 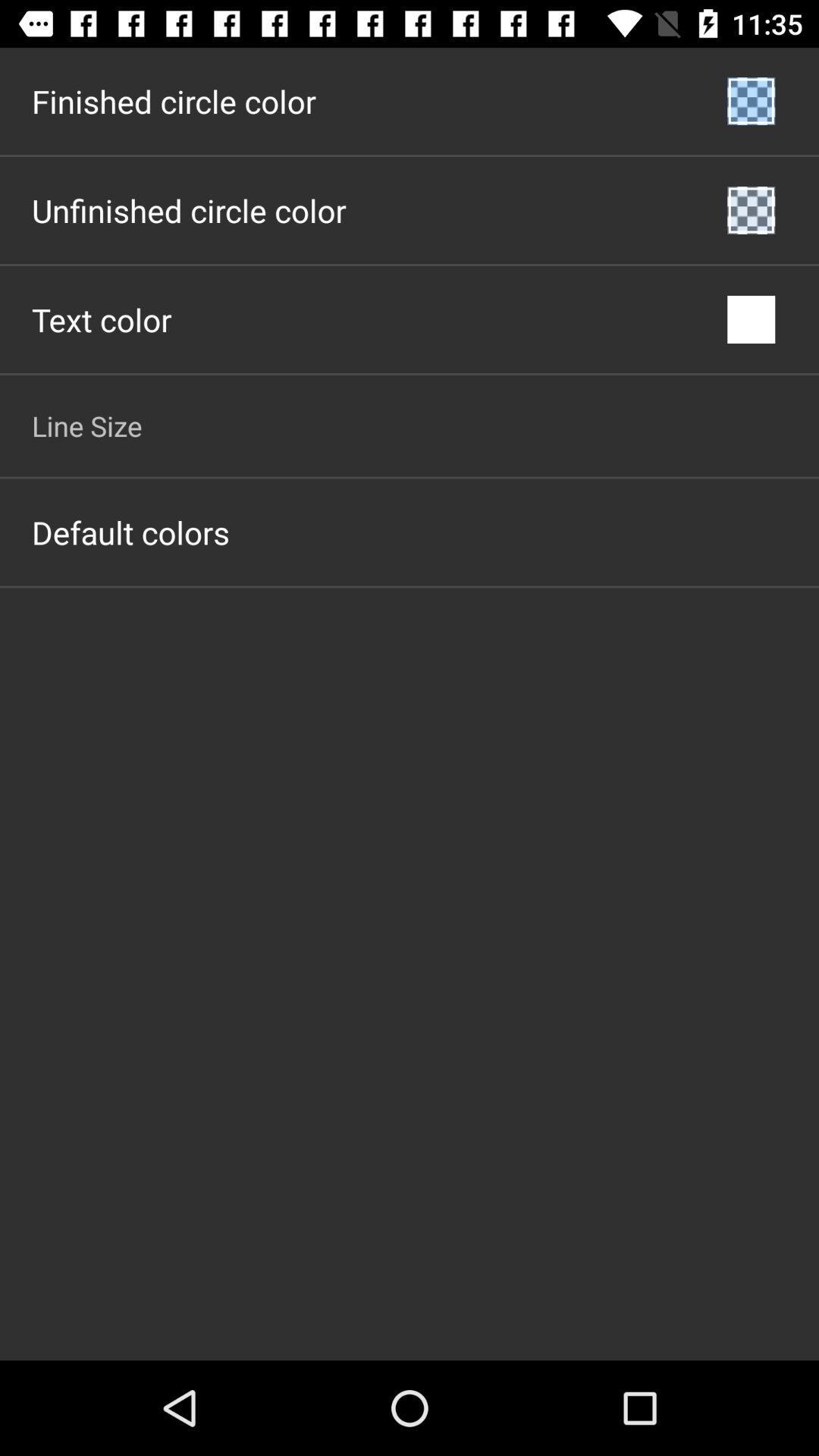 I want to click on text color icon, so click(x=102, y=318).